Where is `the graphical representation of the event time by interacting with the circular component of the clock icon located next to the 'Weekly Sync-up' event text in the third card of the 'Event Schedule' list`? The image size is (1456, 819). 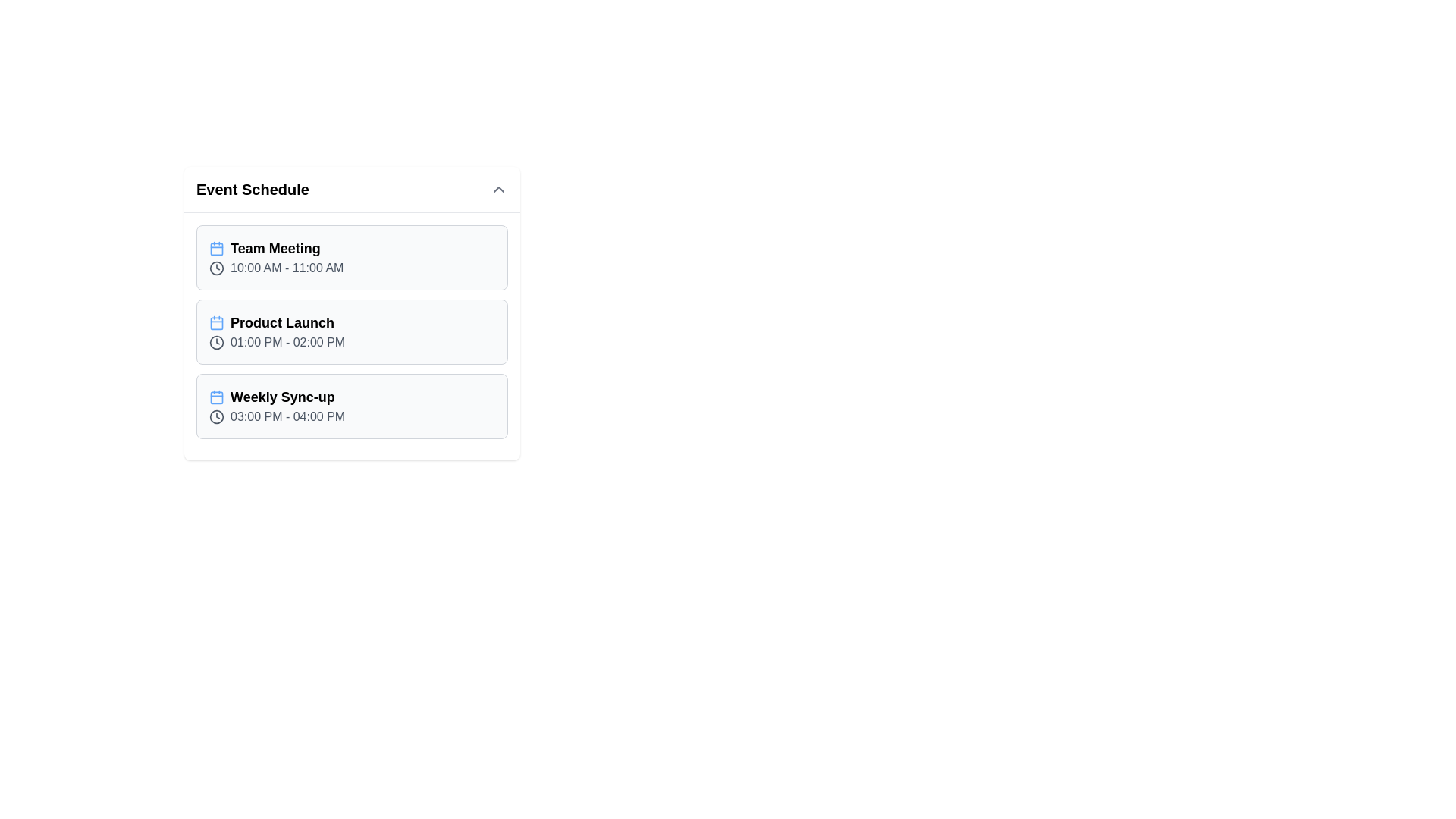
the graphical representation of the event time by interacting with the circular component of the clock icon located next to the 'Weekly Sync-up' event text in the third card of the 'Event Schedule' list is located at coordinates (216, 417).